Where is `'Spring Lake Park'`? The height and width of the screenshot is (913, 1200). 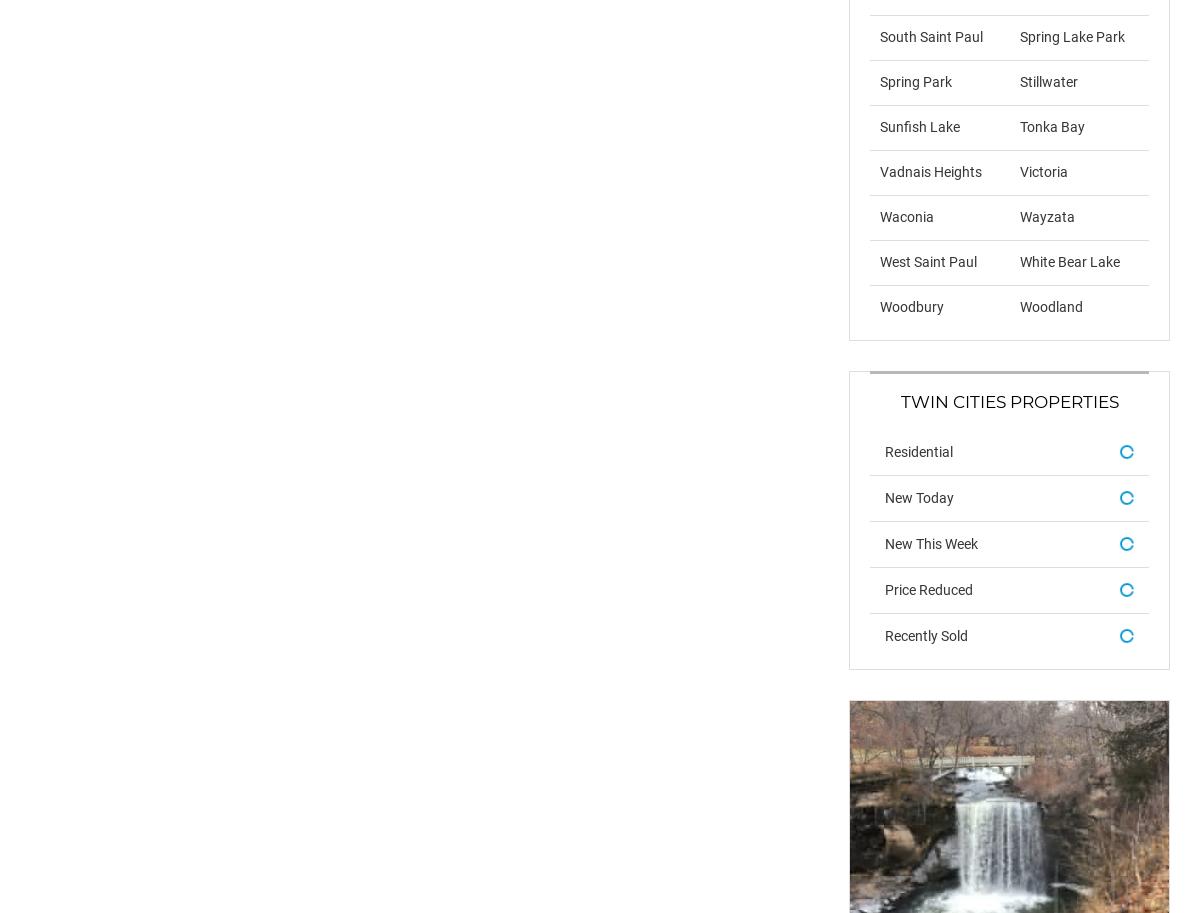
'Spring Lake Park' is located at coordinates (1019, 36).